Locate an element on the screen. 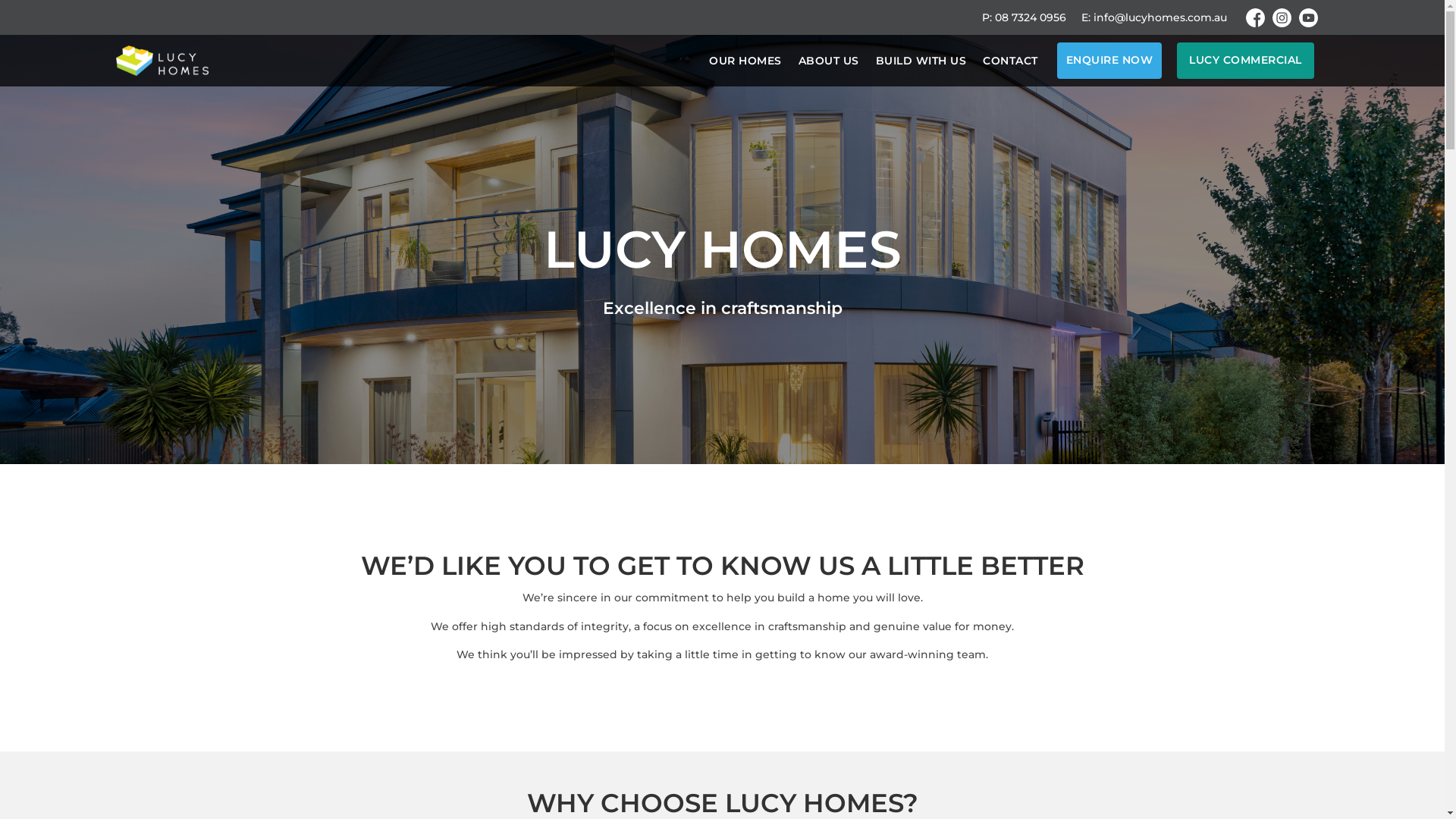 This screenshot has height=819, width=1456. 'LUCY COMMERCIAL' is located at coordinates (1245, 60).